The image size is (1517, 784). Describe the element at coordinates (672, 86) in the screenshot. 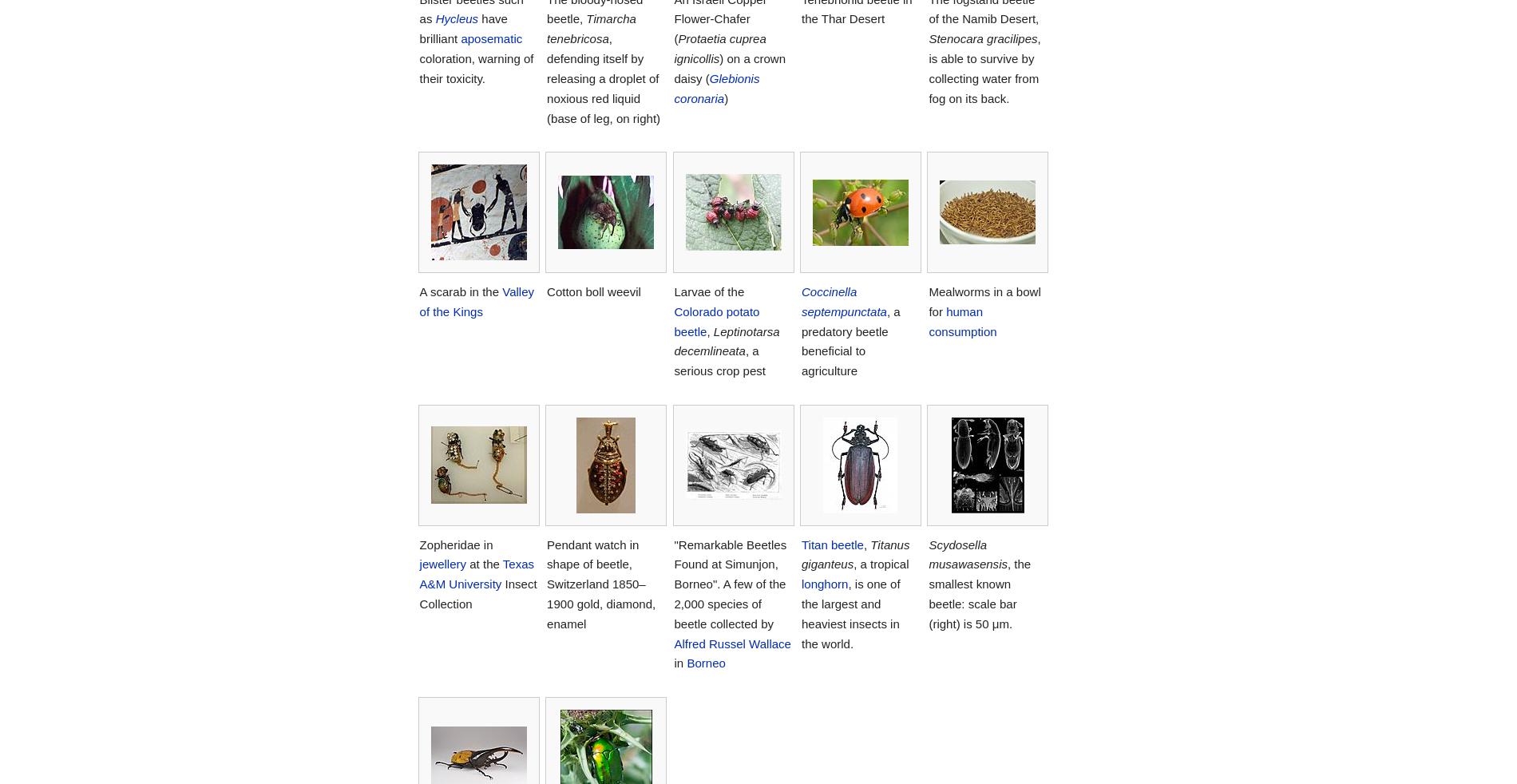

I see `'Glebionis coronaria'` at that location.